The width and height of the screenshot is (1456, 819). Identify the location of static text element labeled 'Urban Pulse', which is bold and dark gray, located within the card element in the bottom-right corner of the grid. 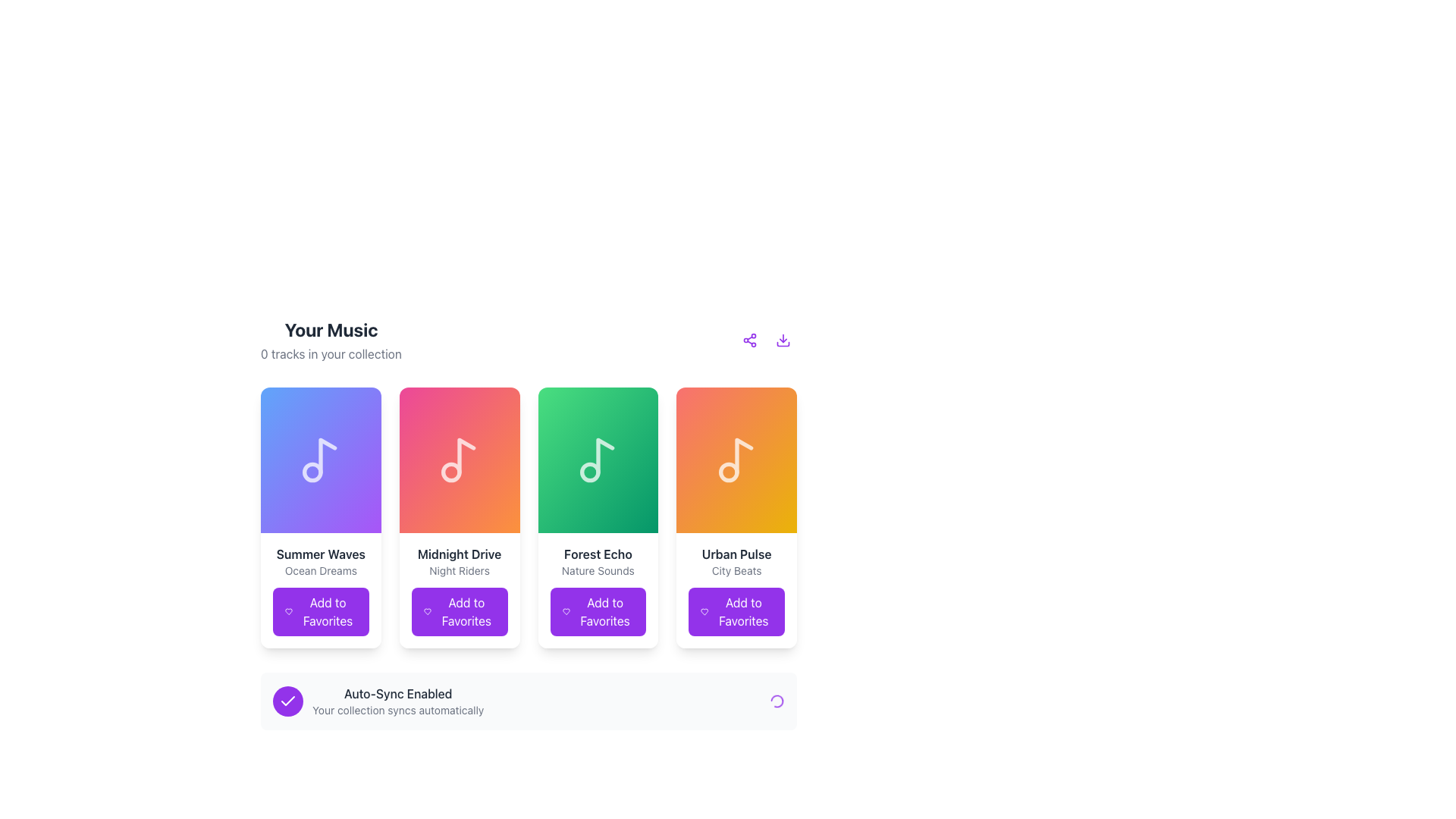
(736, 554).